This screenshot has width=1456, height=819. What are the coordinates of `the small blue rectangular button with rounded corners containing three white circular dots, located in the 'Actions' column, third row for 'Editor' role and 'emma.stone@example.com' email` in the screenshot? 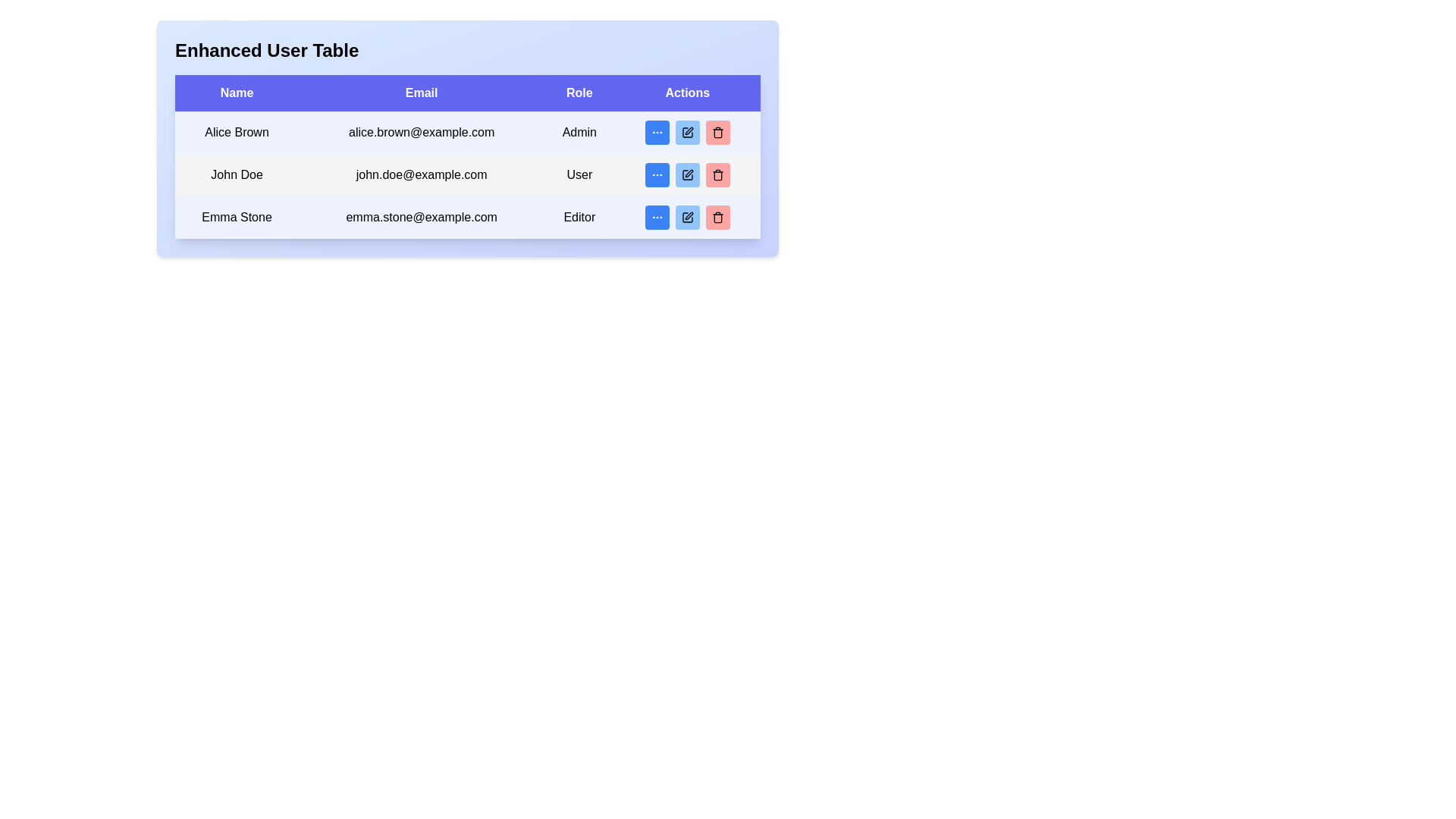 It's located at (657, 217).